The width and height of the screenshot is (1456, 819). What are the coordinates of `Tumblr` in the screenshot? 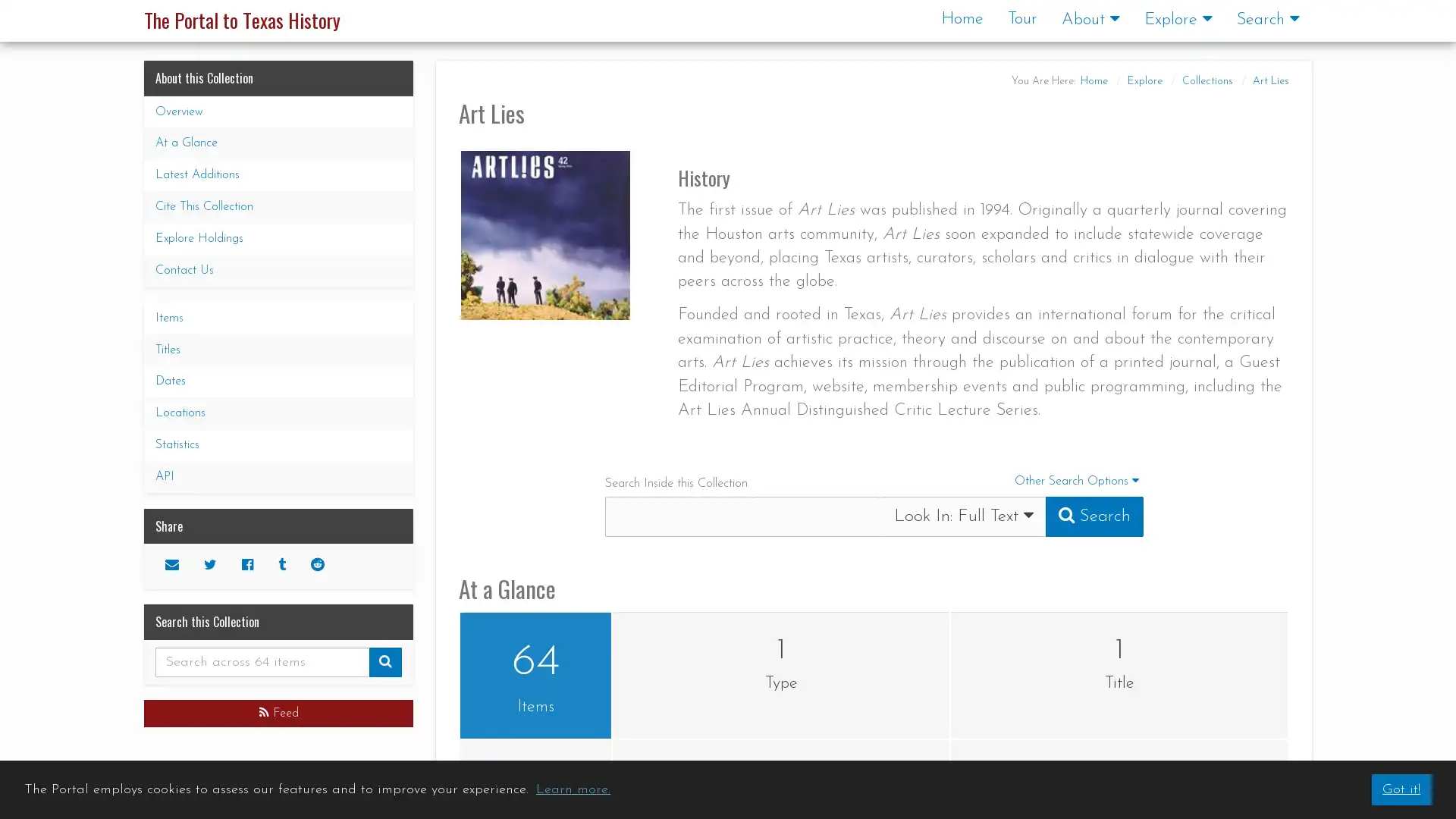 It's located at (282, 566).